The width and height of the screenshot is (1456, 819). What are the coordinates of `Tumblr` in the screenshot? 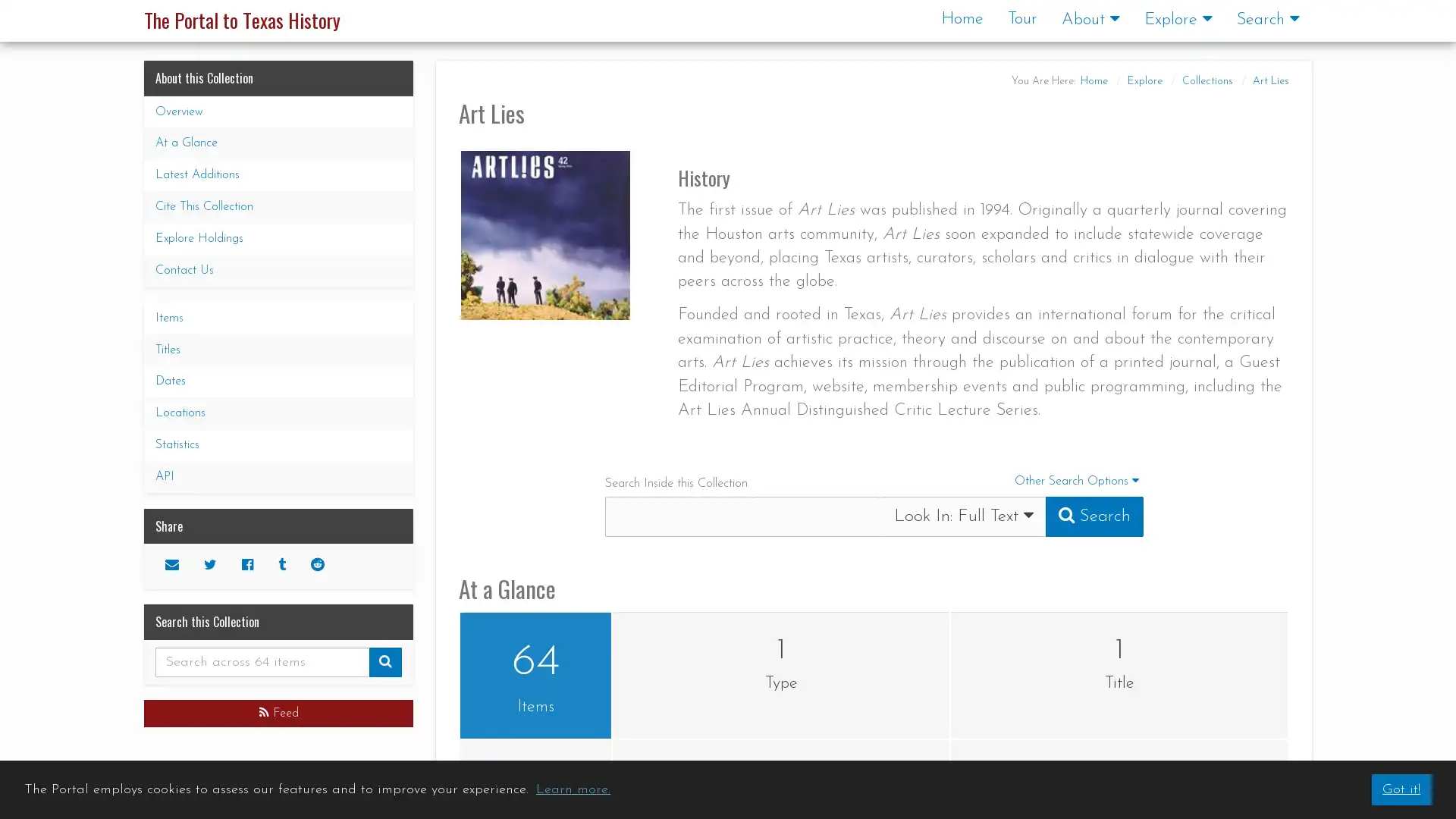 It's located at (282, 566).